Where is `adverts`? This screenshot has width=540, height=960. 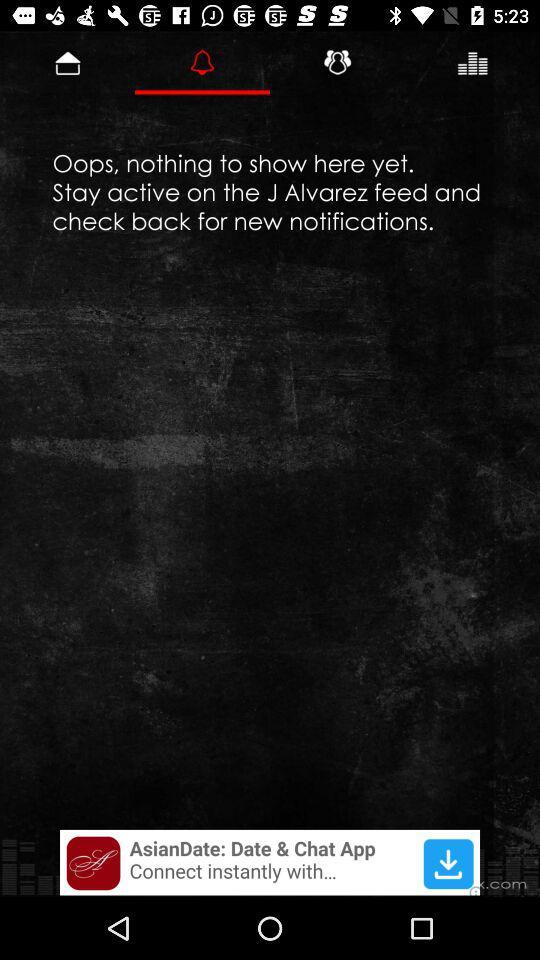 adverts is located at coordinates (270, 861).